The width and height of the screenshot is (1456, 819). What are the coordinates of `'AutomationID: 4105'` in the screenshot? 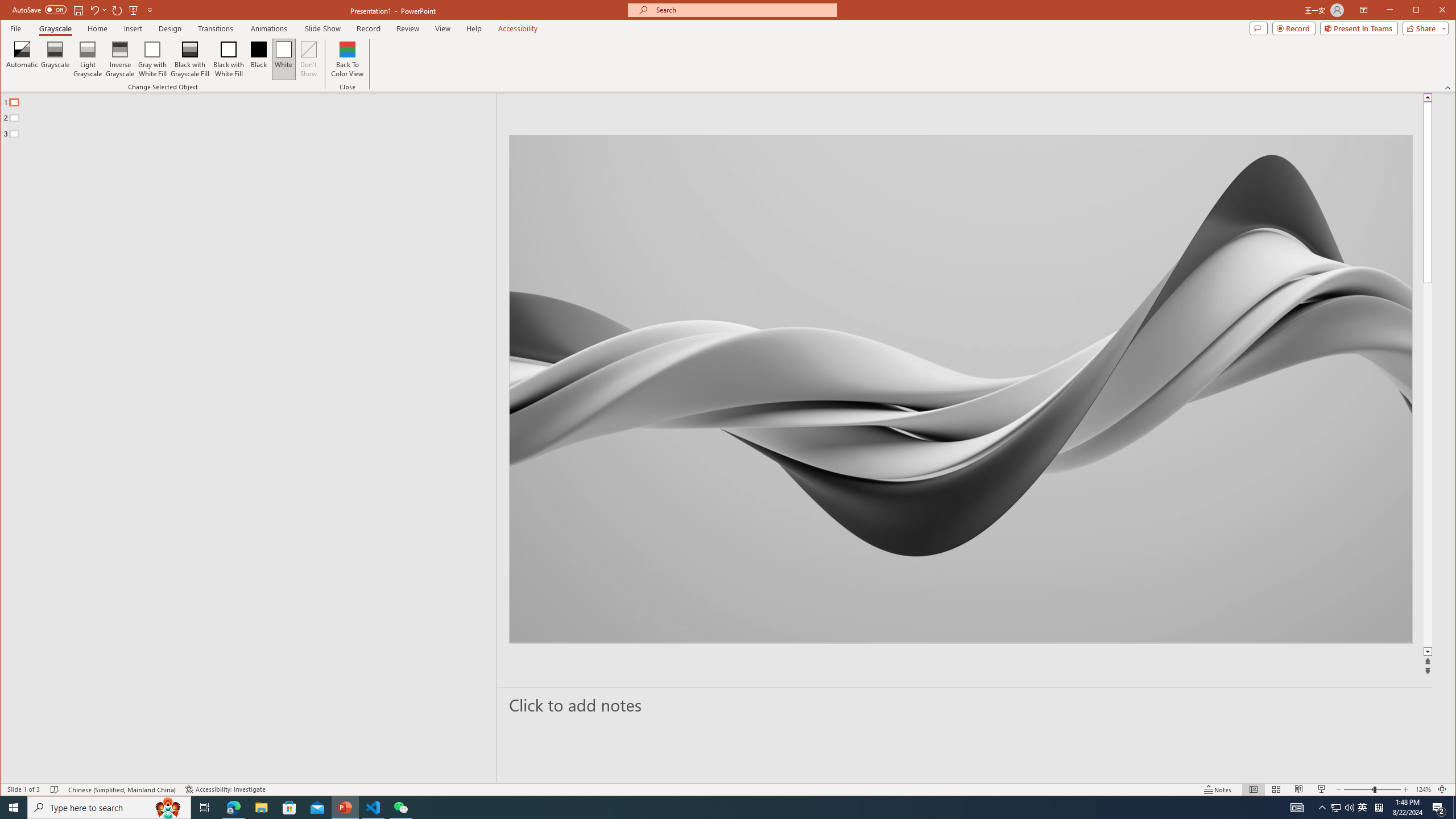 It's located at (1296, 806).